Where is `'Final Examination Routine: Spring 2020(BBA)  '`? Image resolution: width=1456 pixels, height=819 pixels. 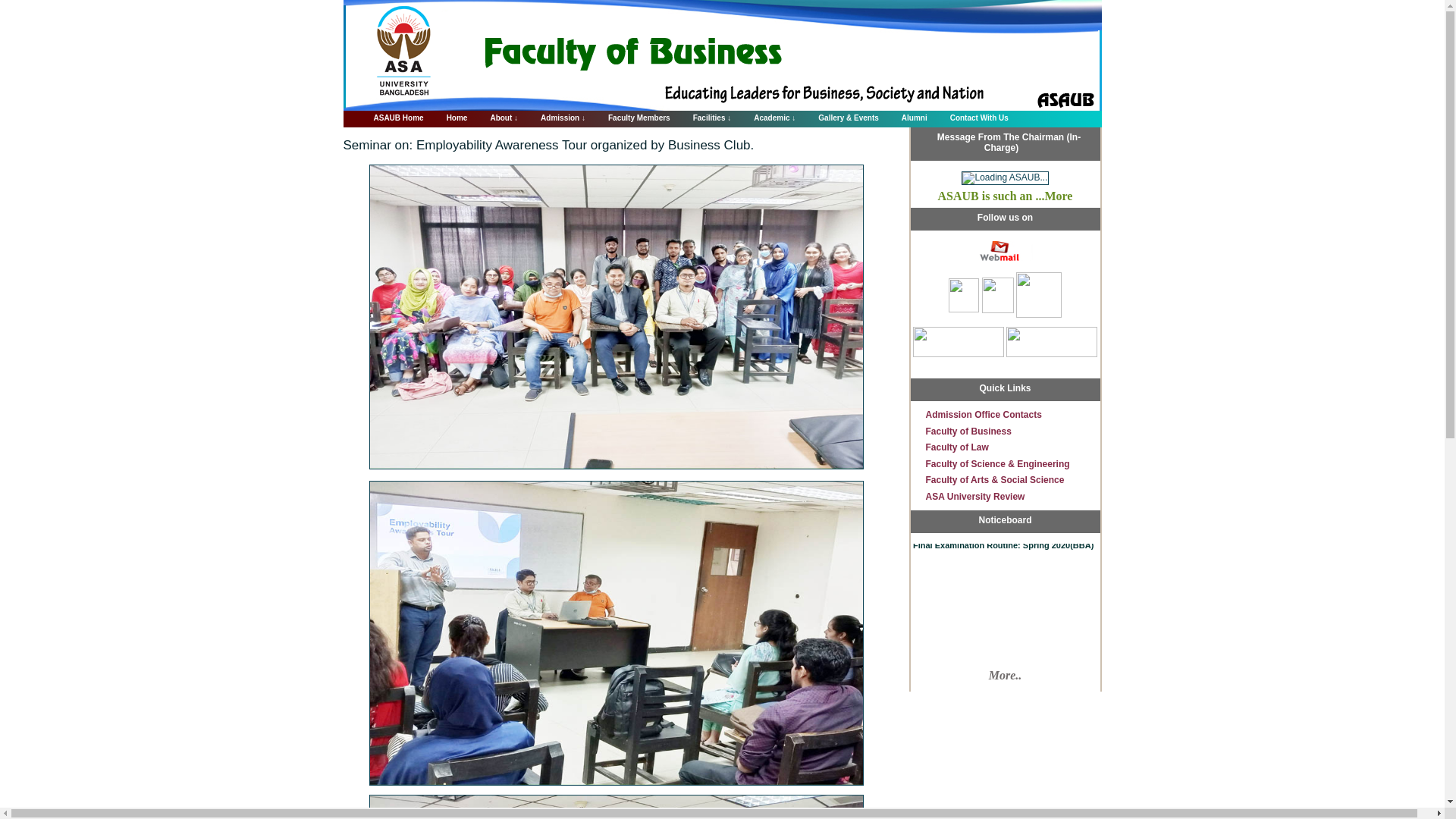 'Final Examination Routine: Spring 2020(BBA)  ' is located at coordinates (1003, 542).